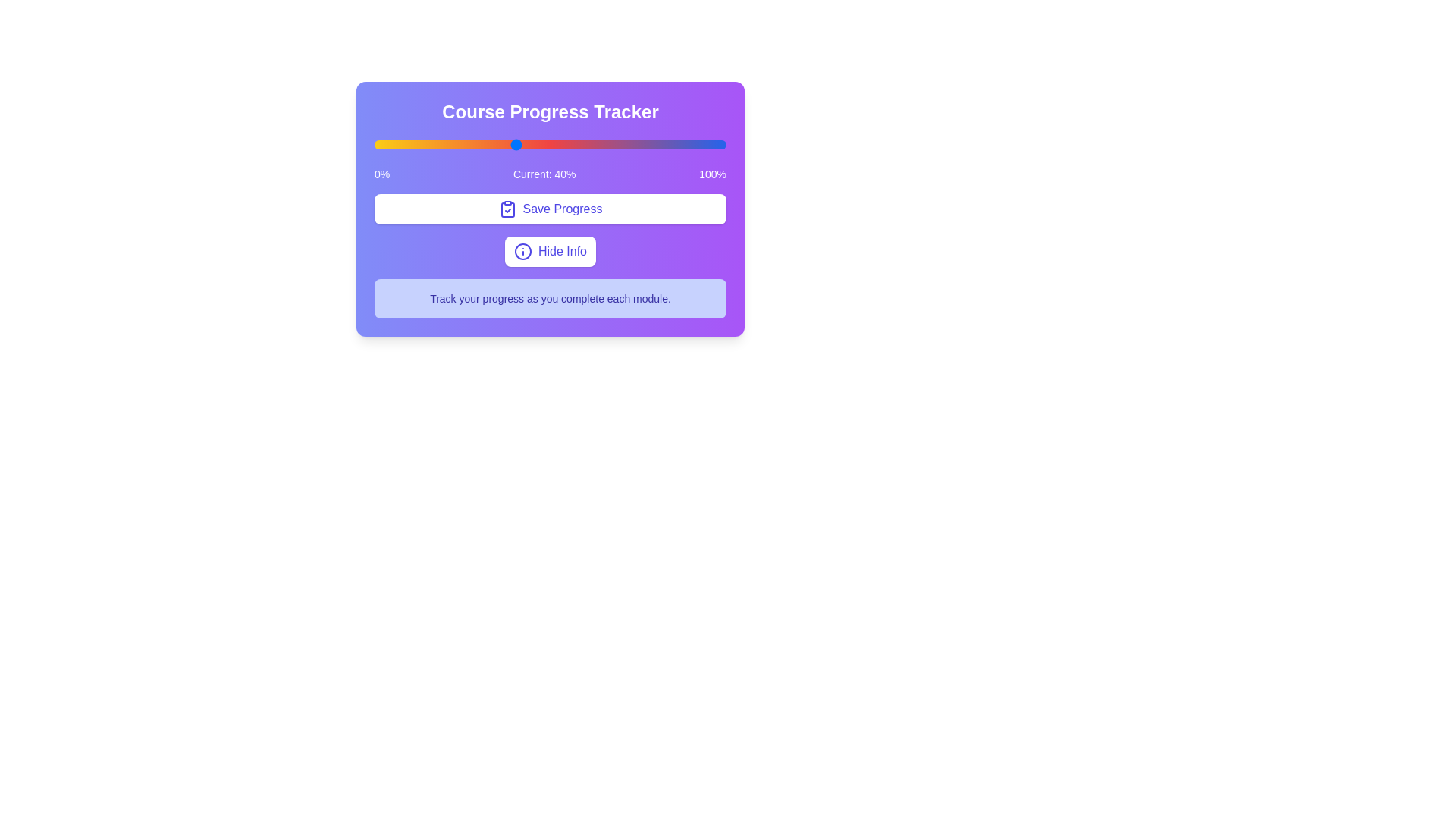  I want to click on the course progress, so click(679, 145).